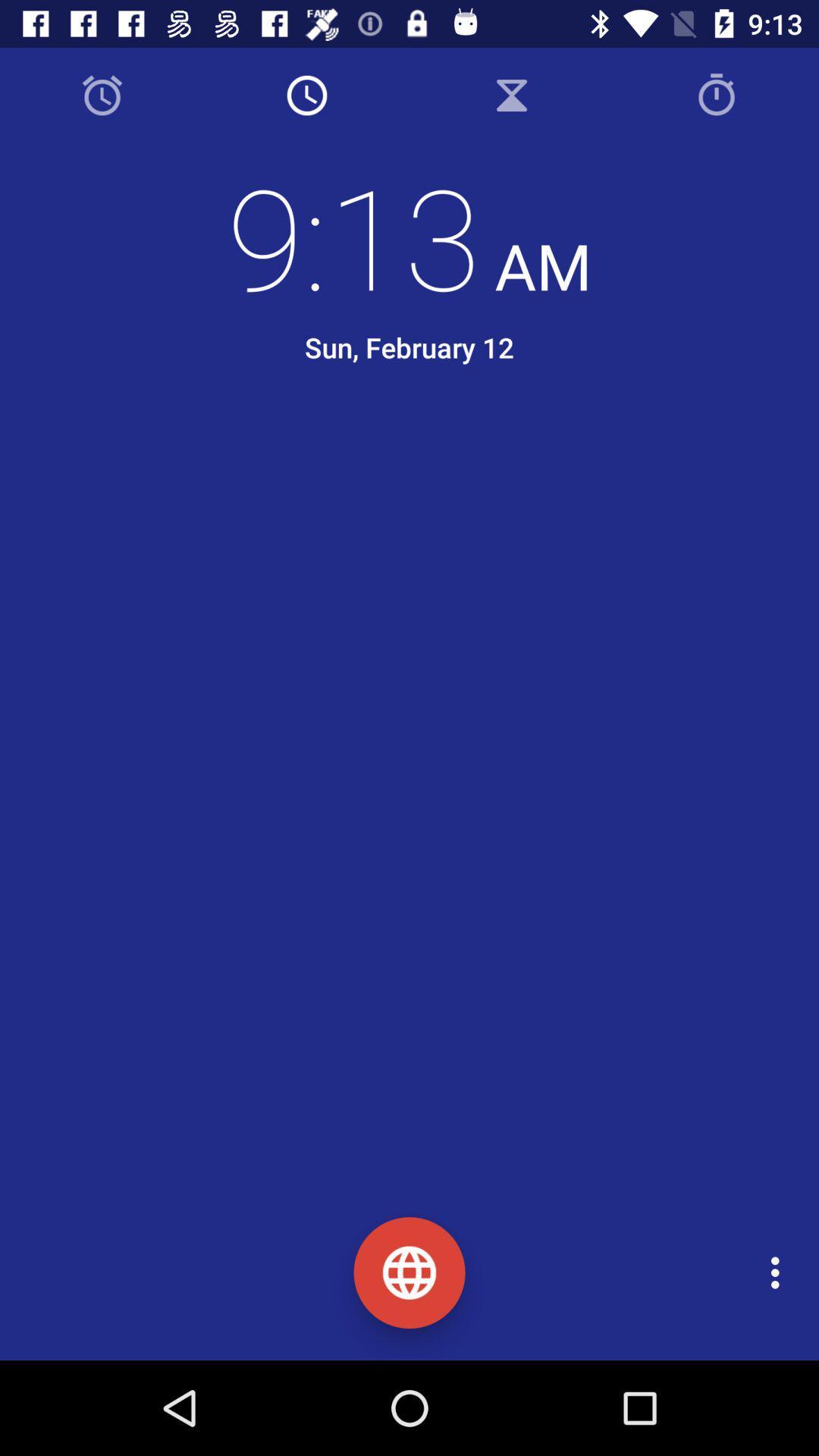 The image size is (819, 1456). I want to click on the globe icon, so click(409, 1272).